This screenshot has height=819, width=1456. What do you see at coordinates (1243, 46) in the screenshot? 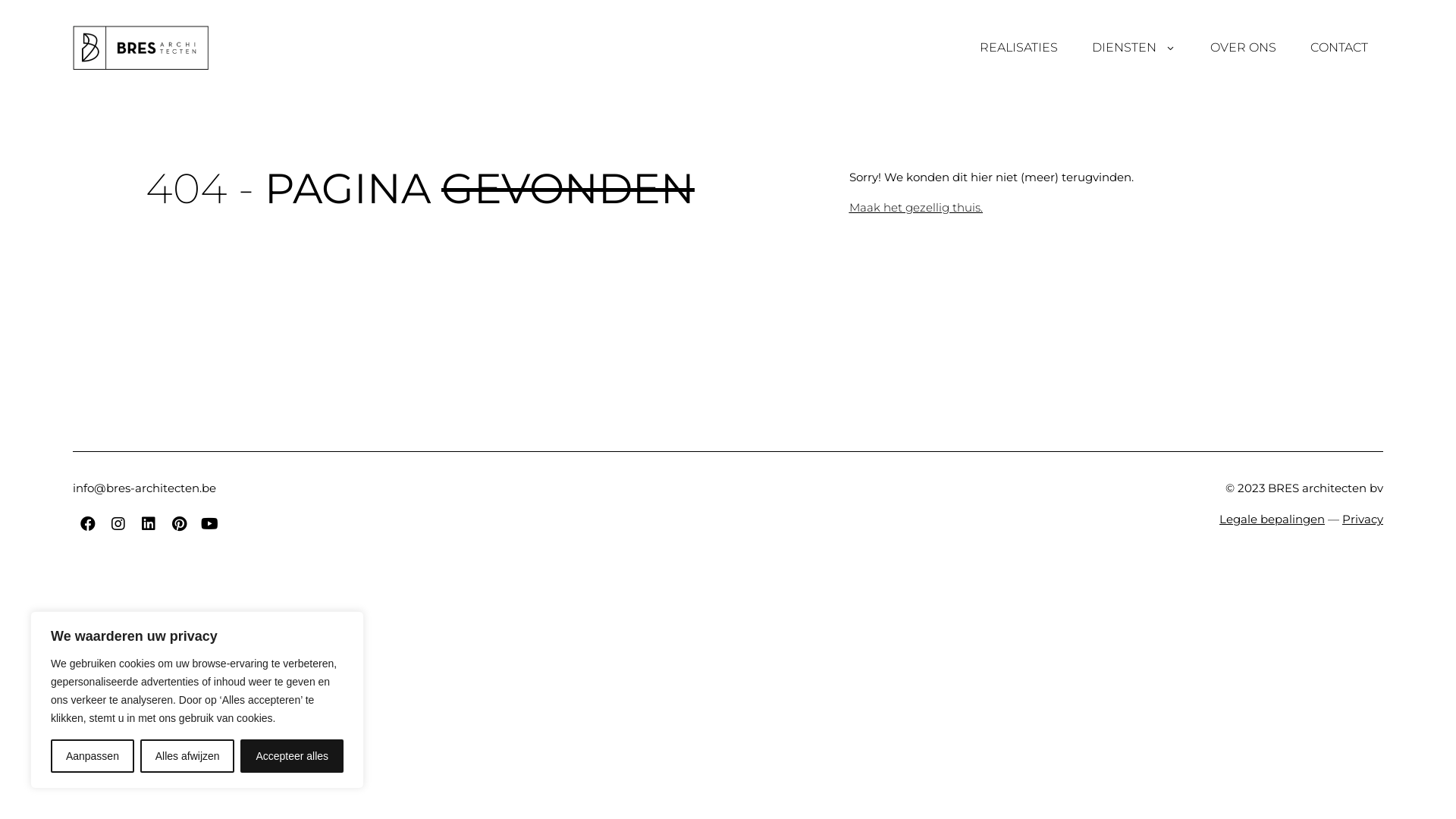
I see `'OVER ONS'` at bounding box center [1243, 46].